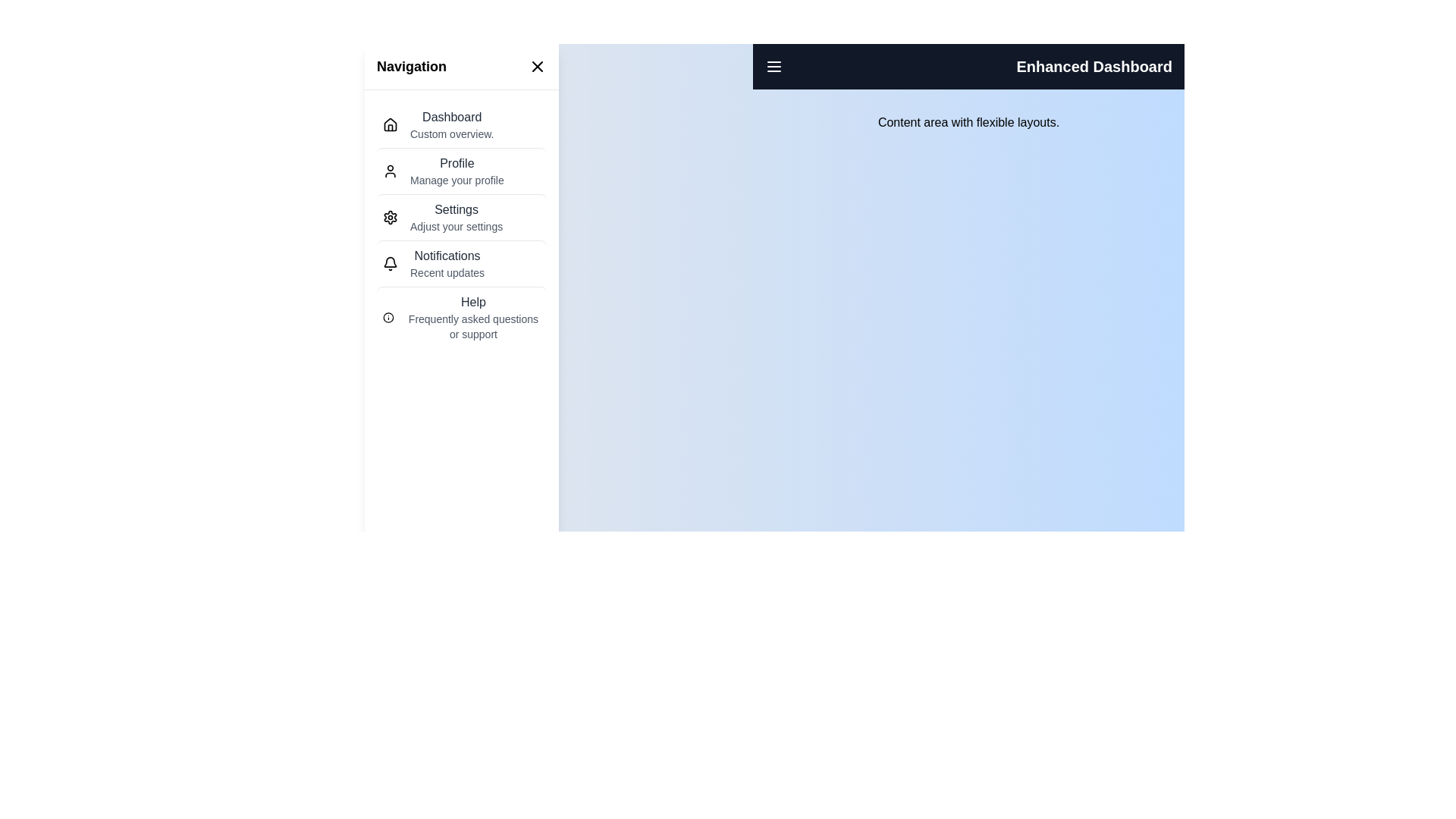  I want to click on the 'Dashboard' icon located in the first item of the navigation menu on the left, which is positioned to the left of the 'Dashboard' text, so click(390, 124).